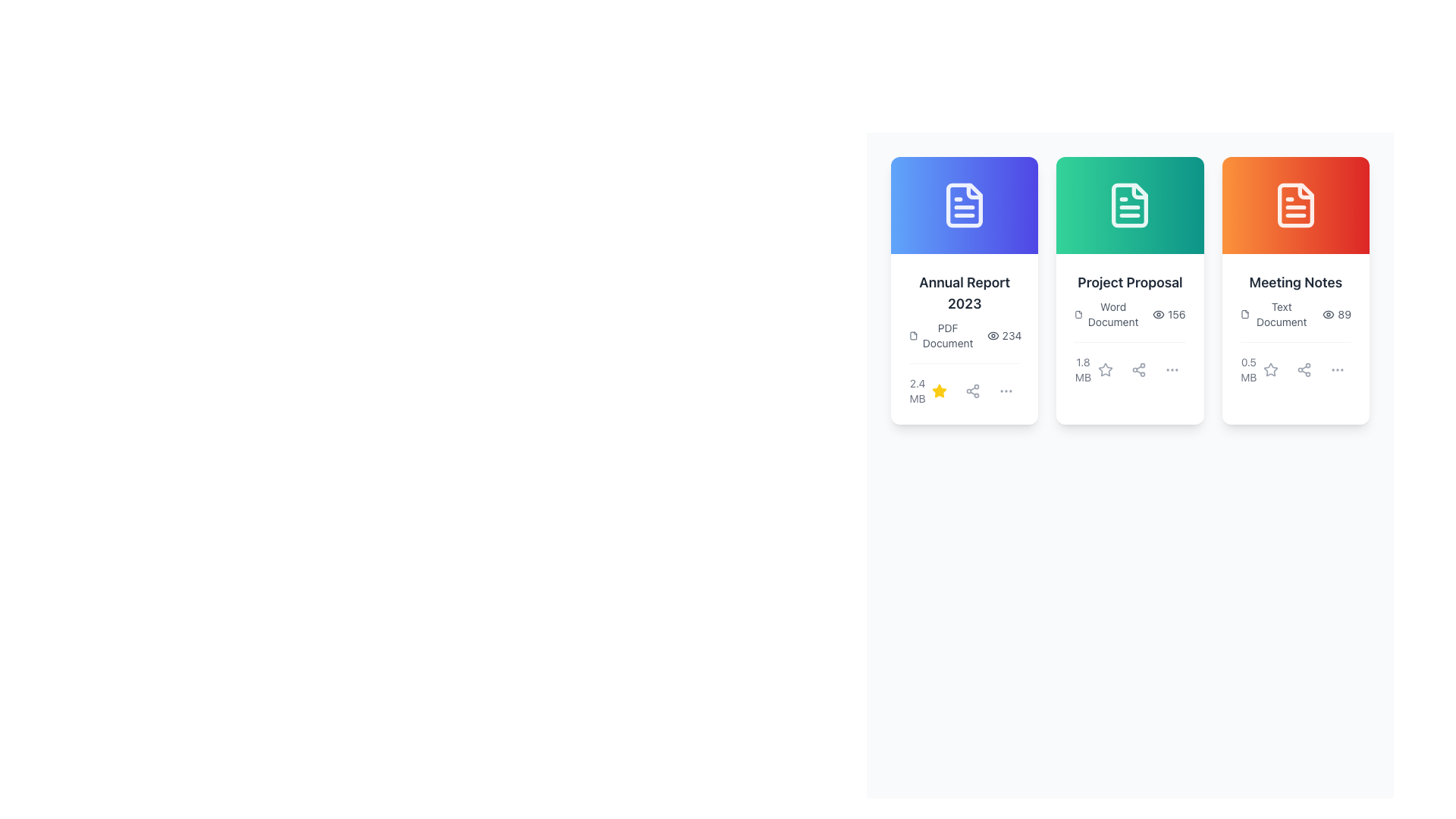 This screenshot has width=1456, height=819. I want to click on the document icon located in the top-left corner of the 'Meeting Notes' card, which is the third card from the left, so click(1244, 314).